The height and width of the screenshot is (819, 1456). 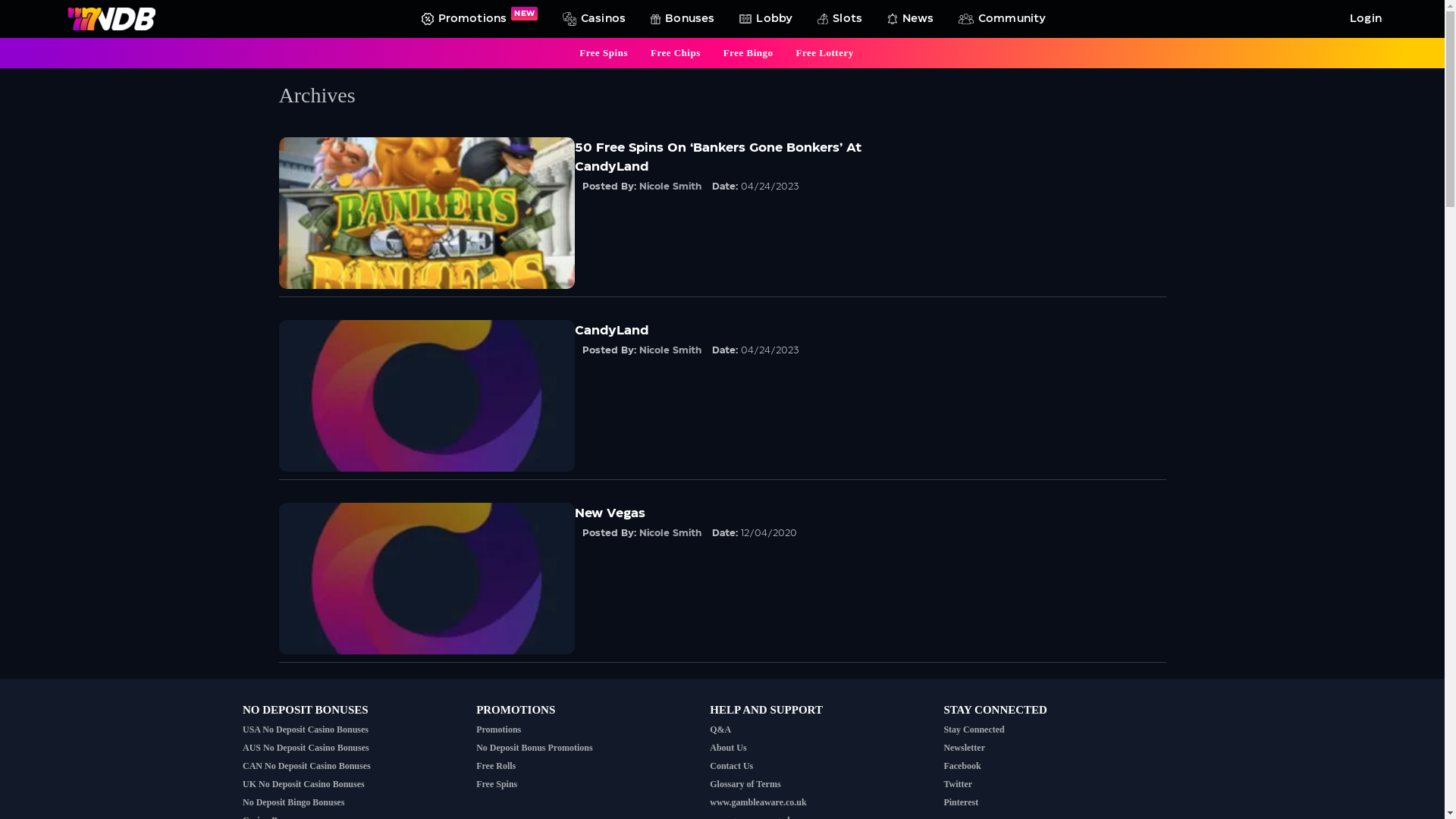 What do you see at coordinates (961, 766) in the screenshot?
I see `'Facebook'` at bounding box center [961, 766].